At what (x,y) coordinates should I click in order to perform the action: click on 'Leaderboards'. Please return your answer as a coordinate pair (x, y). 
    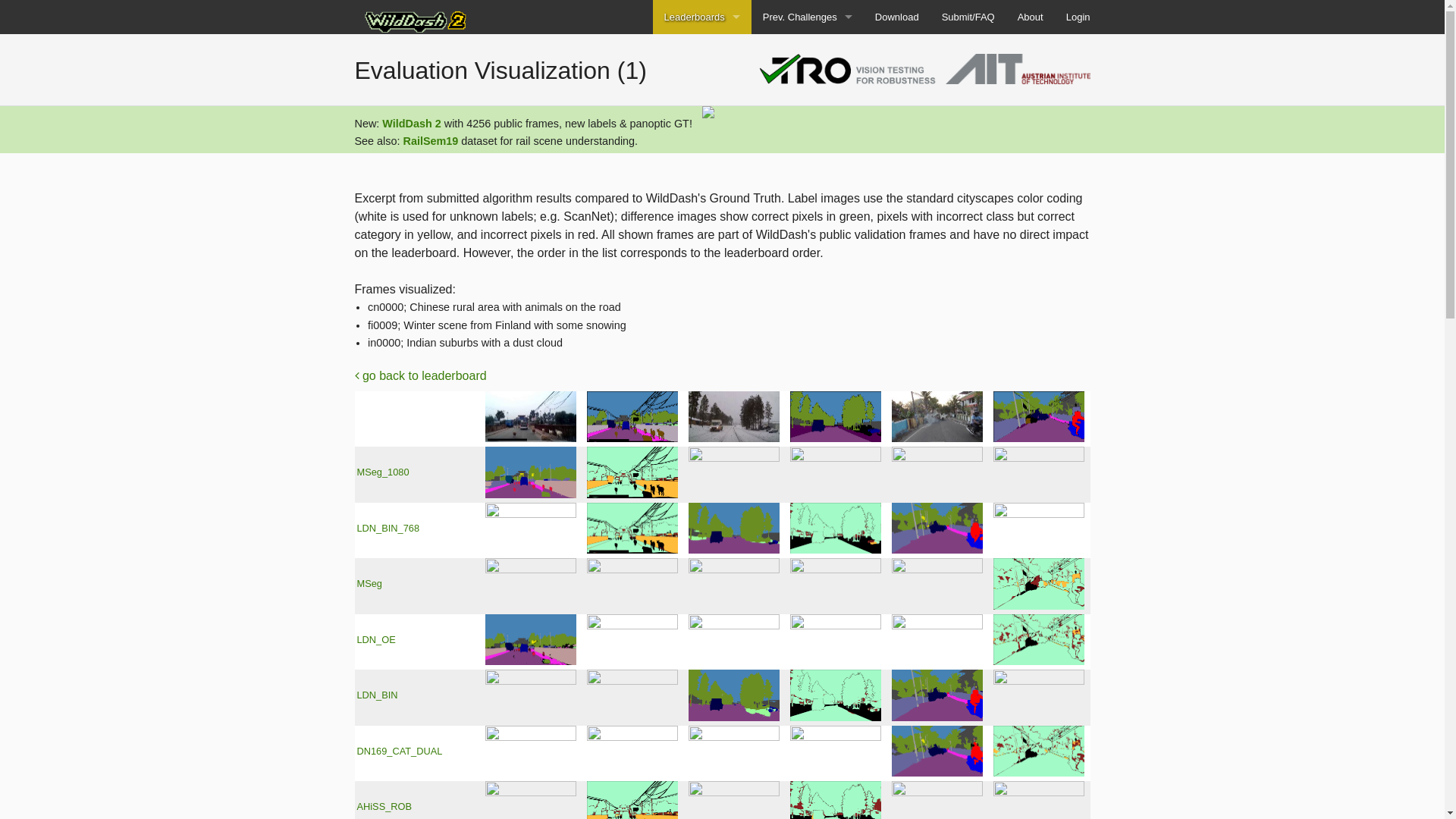
    Looking at the image, I should click on (701, 17).